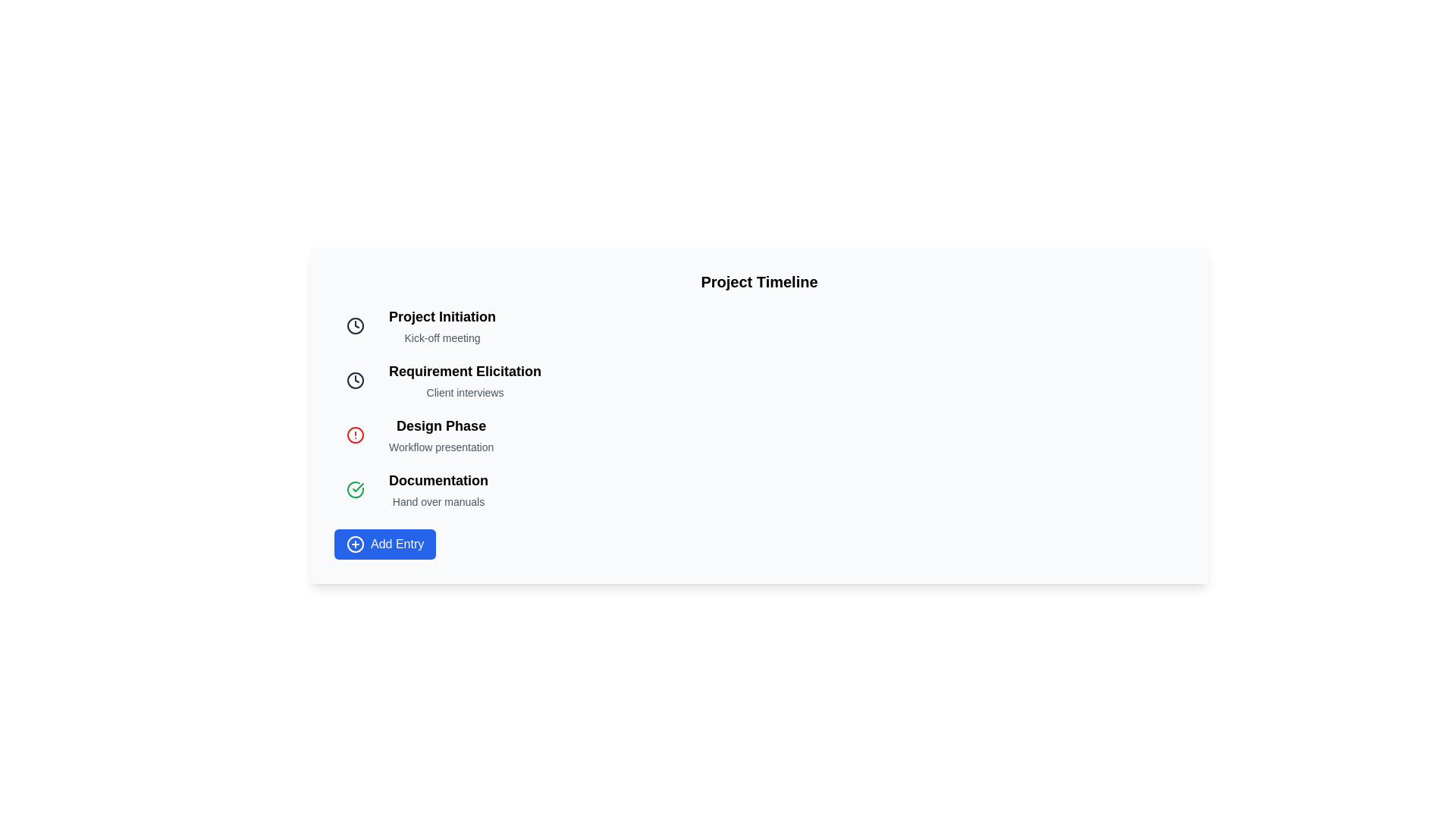 This screenshot has height=819, width=1456. Describe the element at coordinates (355, 489) in the screenshot. I see `the checkmark icon that indicates the completion or verification status of the 'Documentation' phase in the project timeline` at that location.